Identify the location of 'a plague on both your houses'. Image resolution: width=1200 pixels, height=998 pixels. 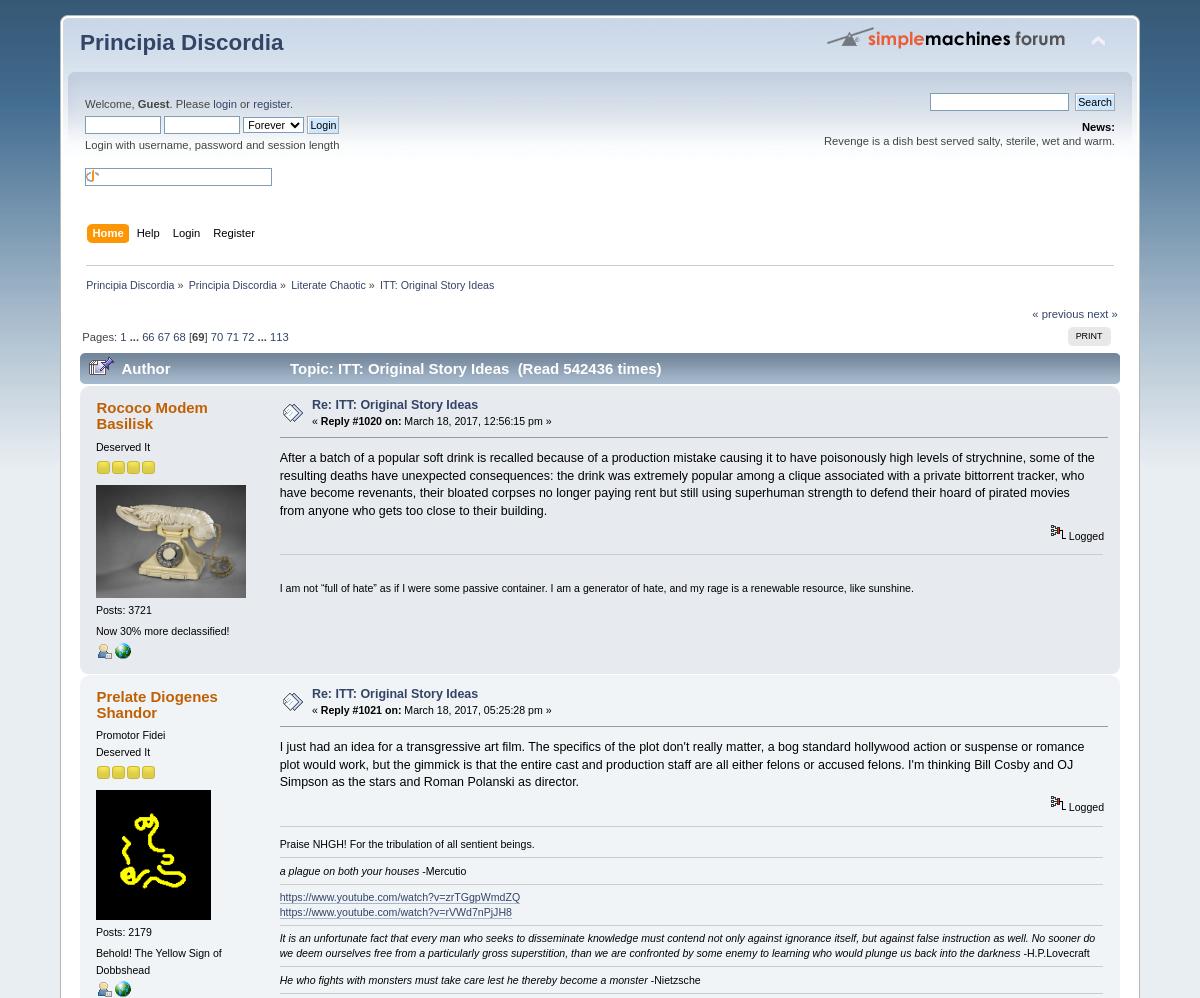
(348, 868).